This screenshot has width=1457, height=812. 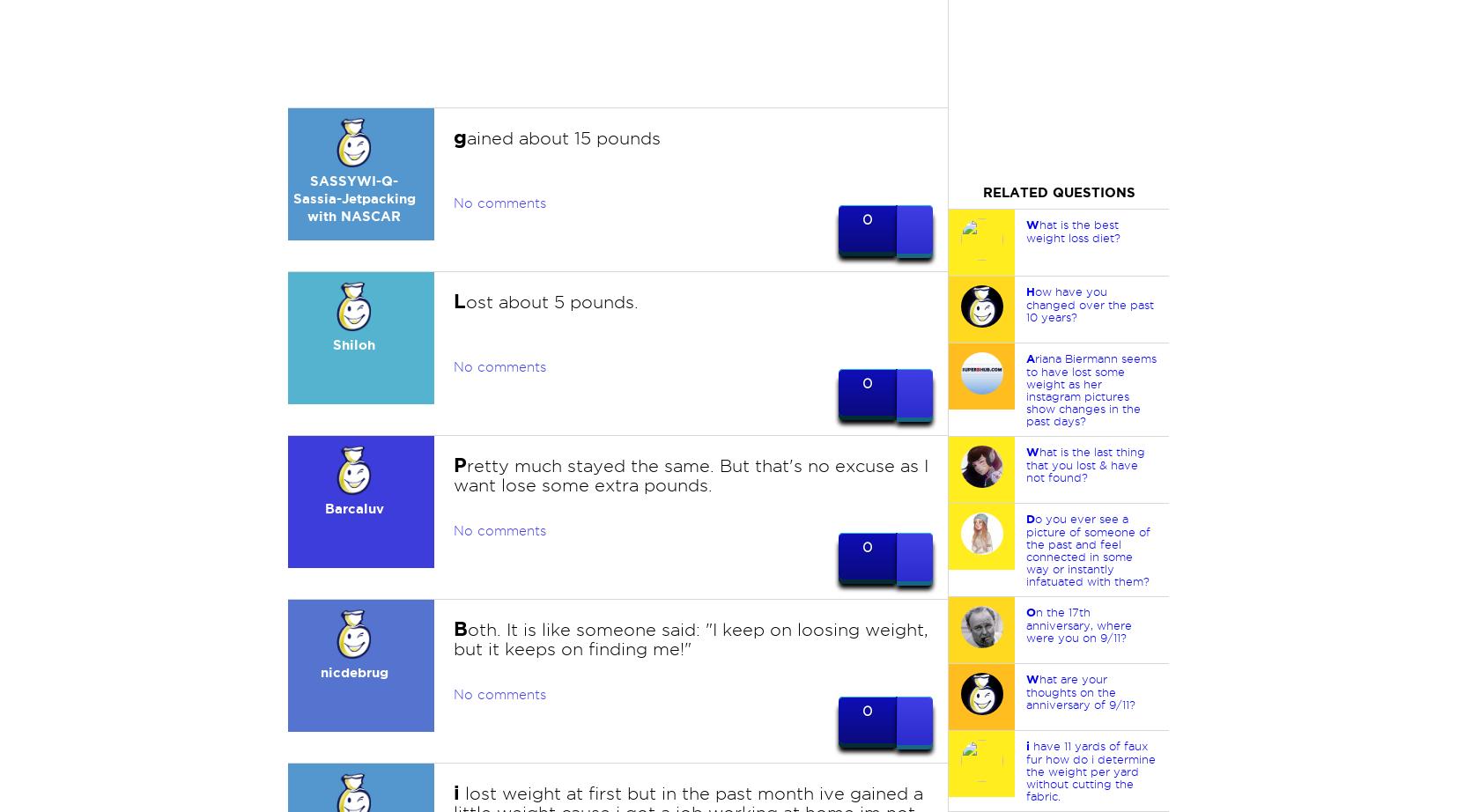 I want to click on 'oth. It is like someone said: "I keep on loosing weight, but it keeps on finding me!"', so click(x=690, y=638).